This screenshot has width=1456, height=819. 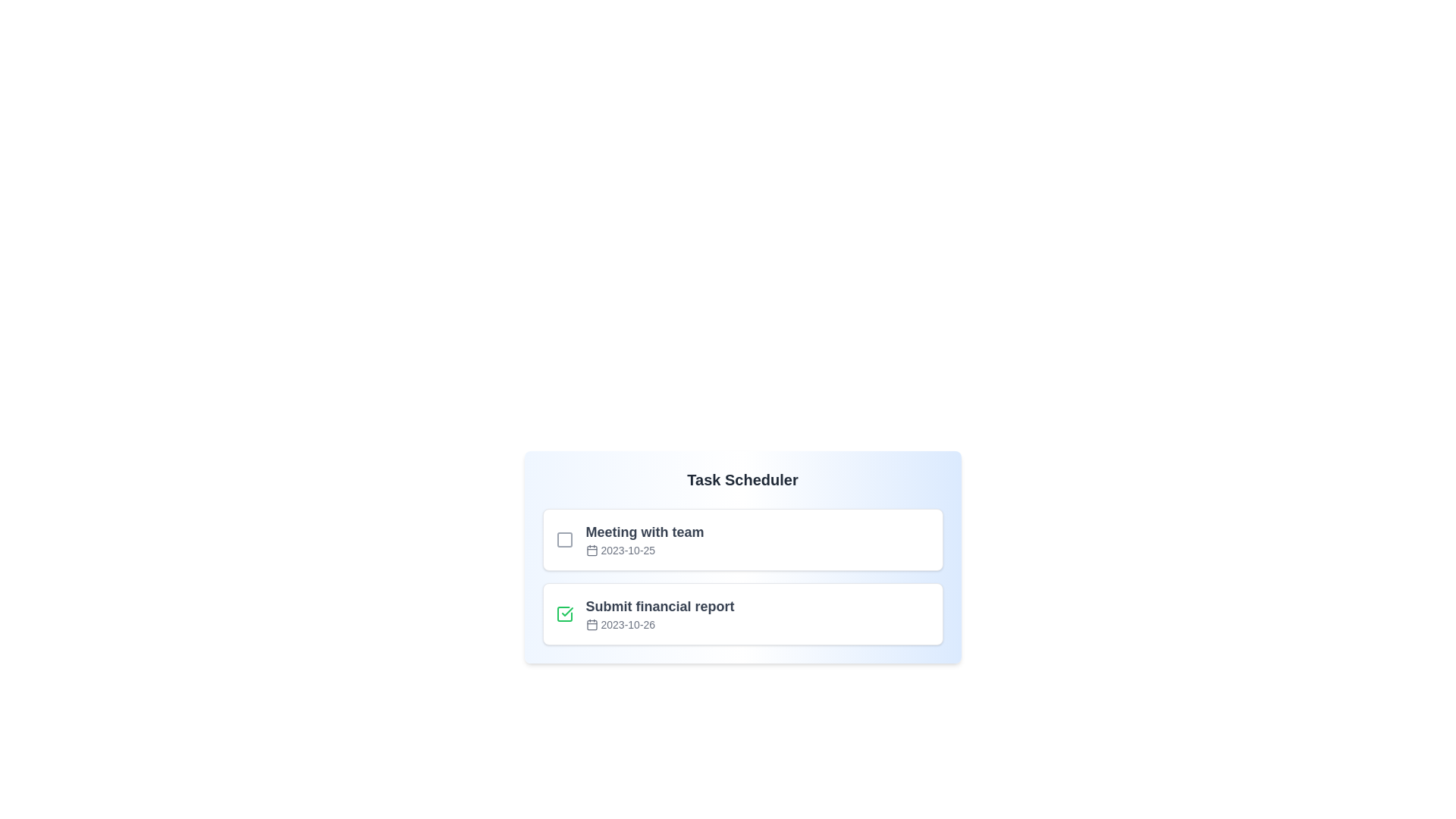 I want to click on the calendar icon located to the left of the date '2023-10-25', which serves as a visual indicator for the date's purpose in the context of 'Meeting with team', so click(x=591, y=550).